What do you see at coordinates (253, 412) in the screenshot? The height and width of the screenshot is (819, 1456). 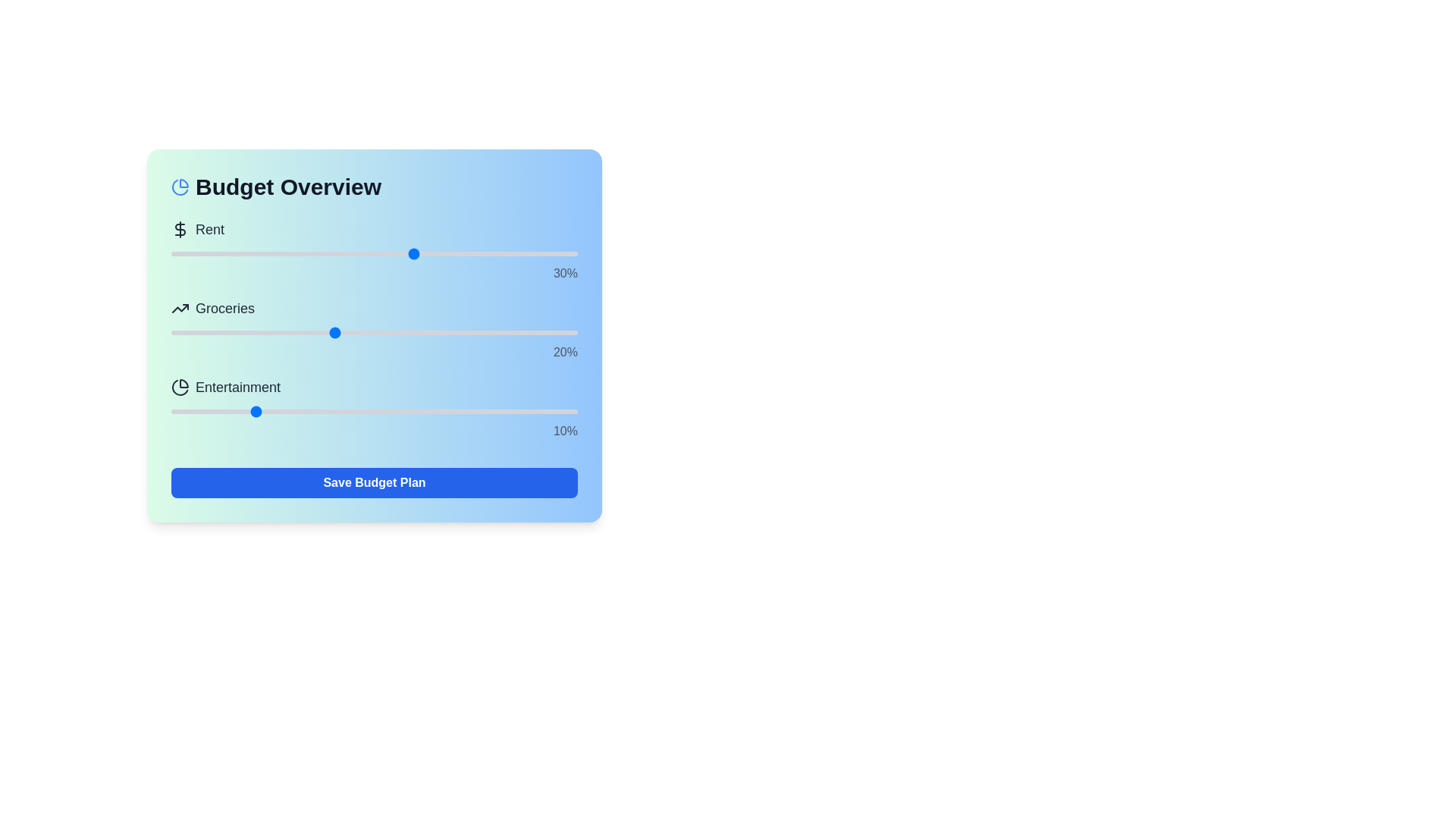 I see `the slider` at bounding box center [253, 412].